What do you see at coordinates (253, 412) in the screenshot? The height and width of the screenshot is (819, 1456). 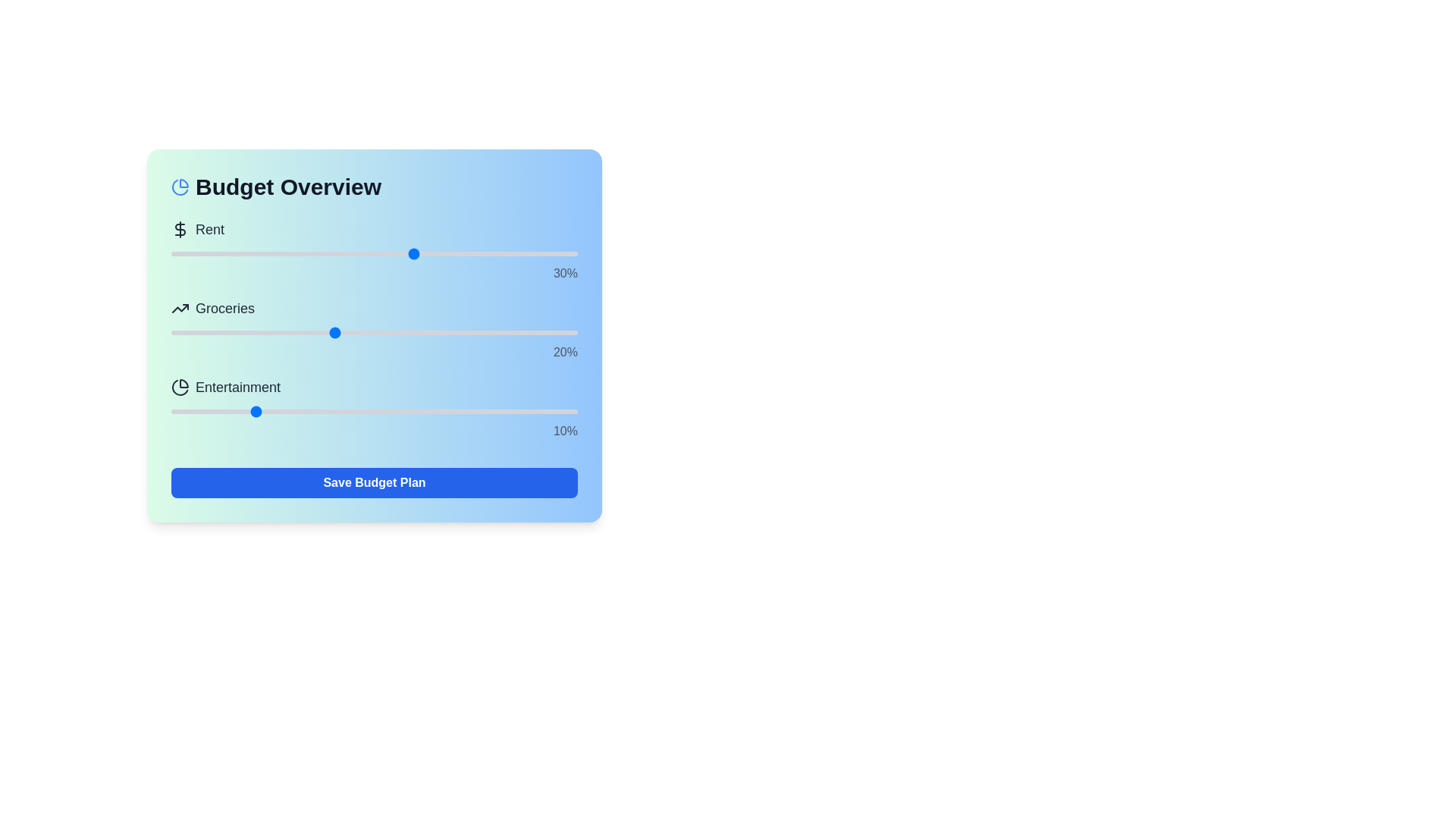 I see `the slider` at bounding box center [253, 412].